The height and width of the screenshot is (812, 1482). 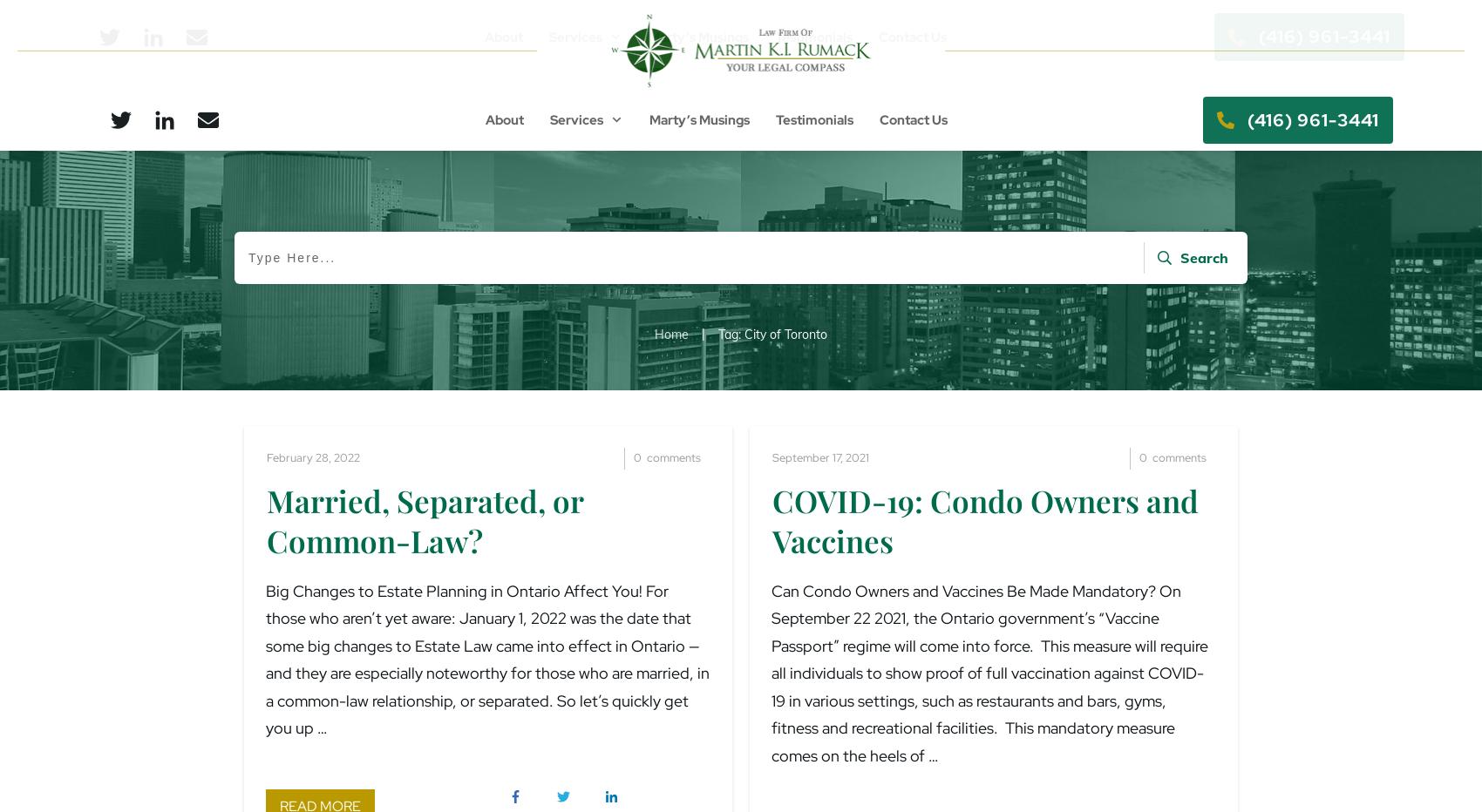 I want to click on 'Home', so click(x=654, y=332).